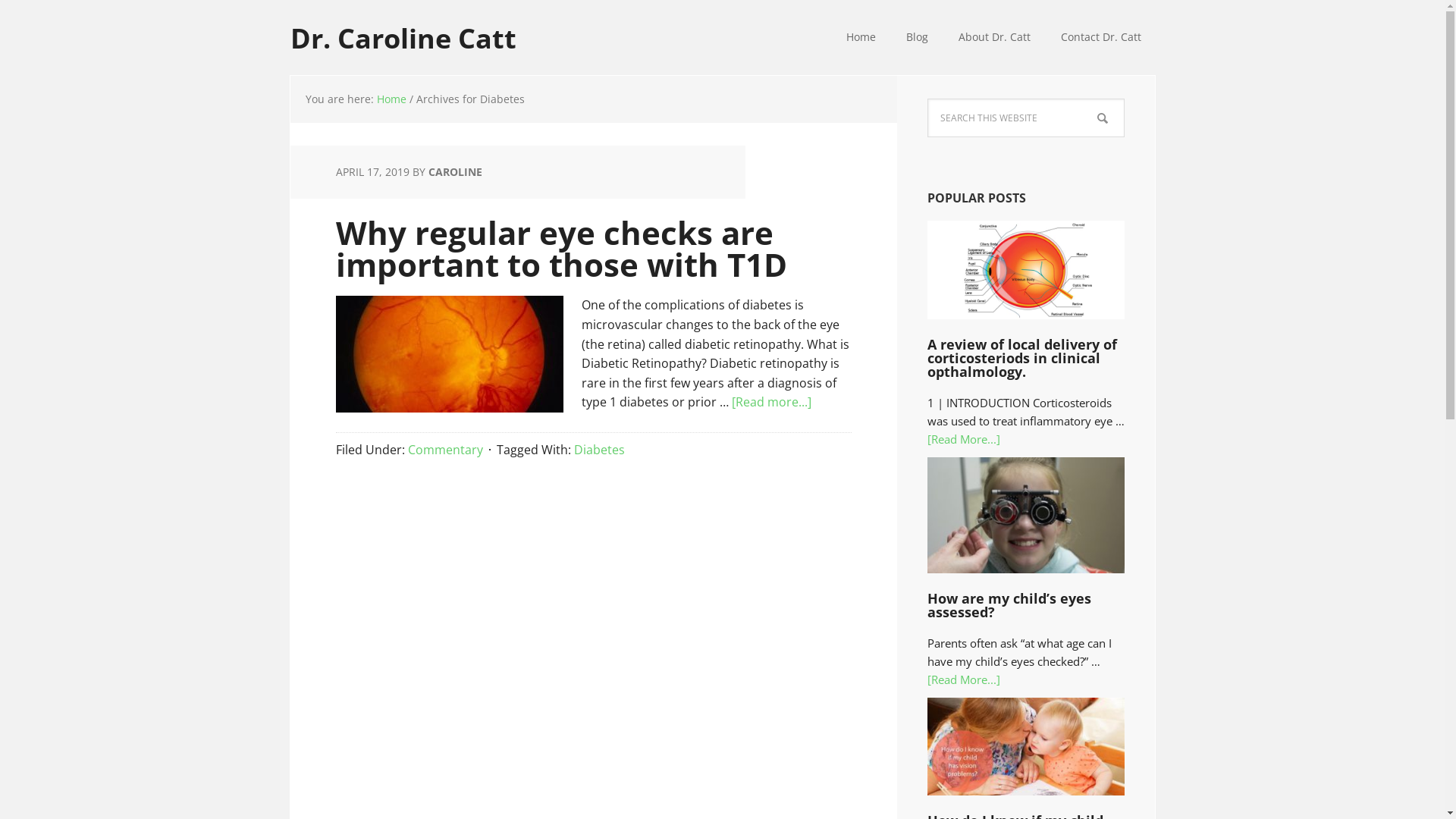  Describe the element at coordinates (453, 171) in the screenshot. I see `'CAROLINE'` at that location.